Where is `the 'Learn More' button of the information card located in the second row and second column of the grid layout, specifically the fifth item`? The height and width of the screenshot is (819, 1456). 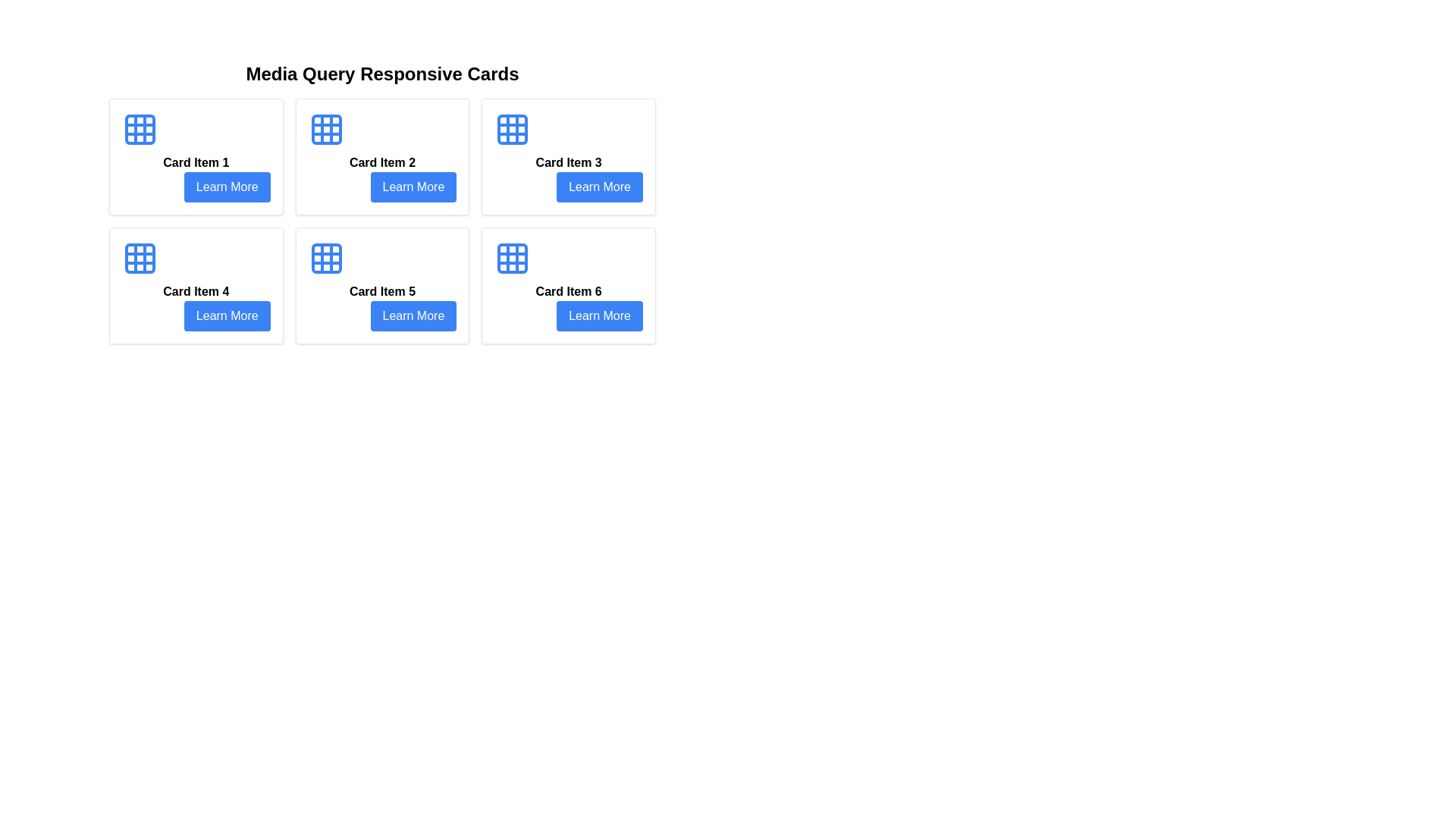 the 'Learn More' button of the information card located in the second row and second column of the grid layout, specifically the fifth item is located at coordinates (382, 286).